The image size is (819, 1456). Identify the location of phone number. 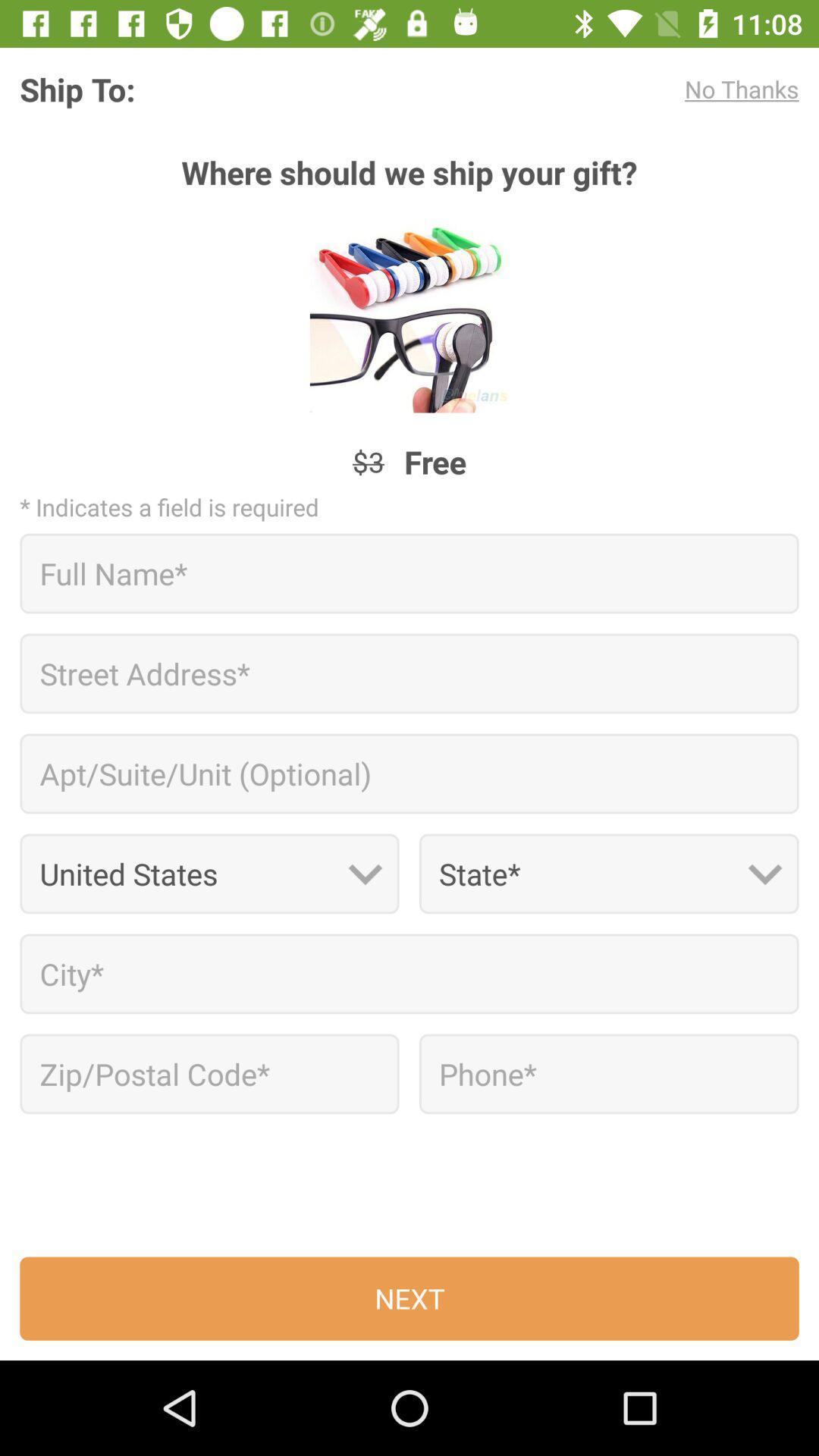
(608, 1073).